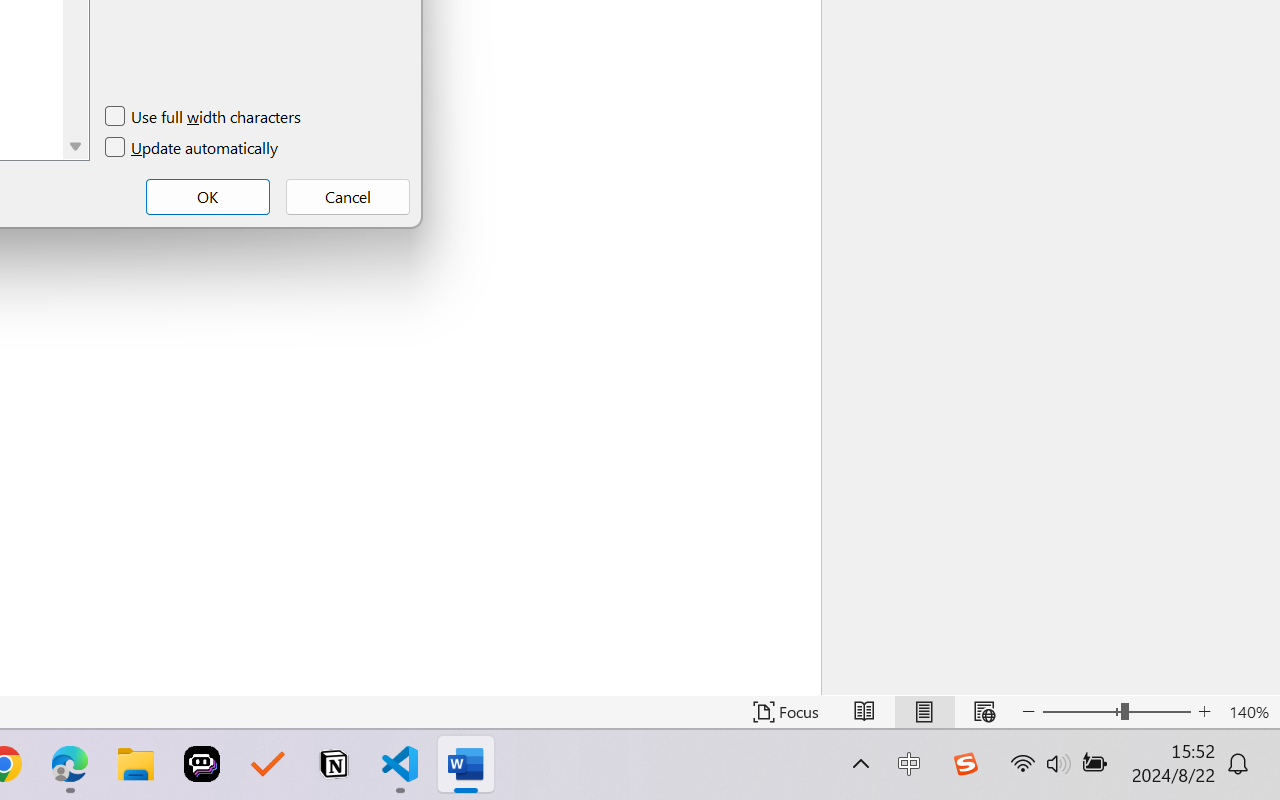 The height and width of the screenshot is (800, 1280). Describe the element at coordinates (984, 711) in the screenshot. I see `'Web Layout'` at that location.